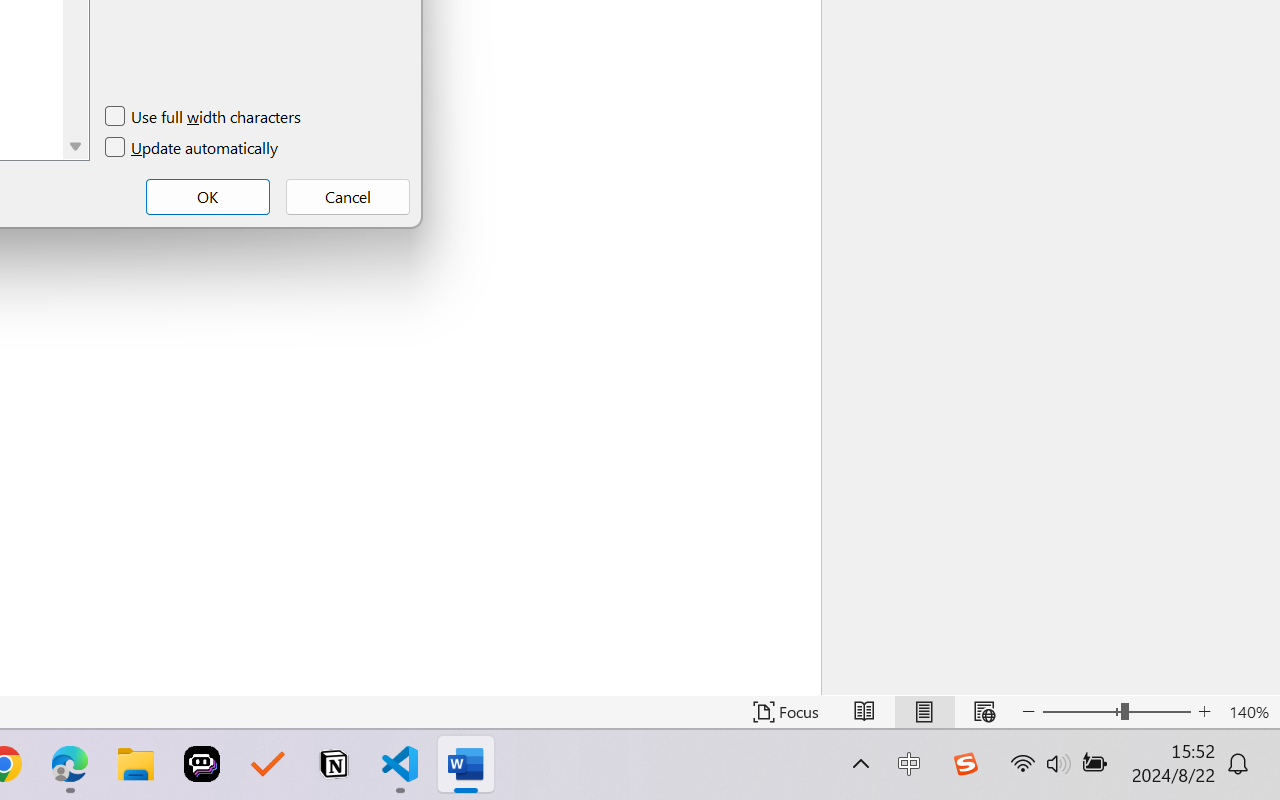 The height and width of the screenshot is (800, 1280). Describe the element at coordinates (984, 711) in the screenshot. I see `'Web Layout'` at that location.